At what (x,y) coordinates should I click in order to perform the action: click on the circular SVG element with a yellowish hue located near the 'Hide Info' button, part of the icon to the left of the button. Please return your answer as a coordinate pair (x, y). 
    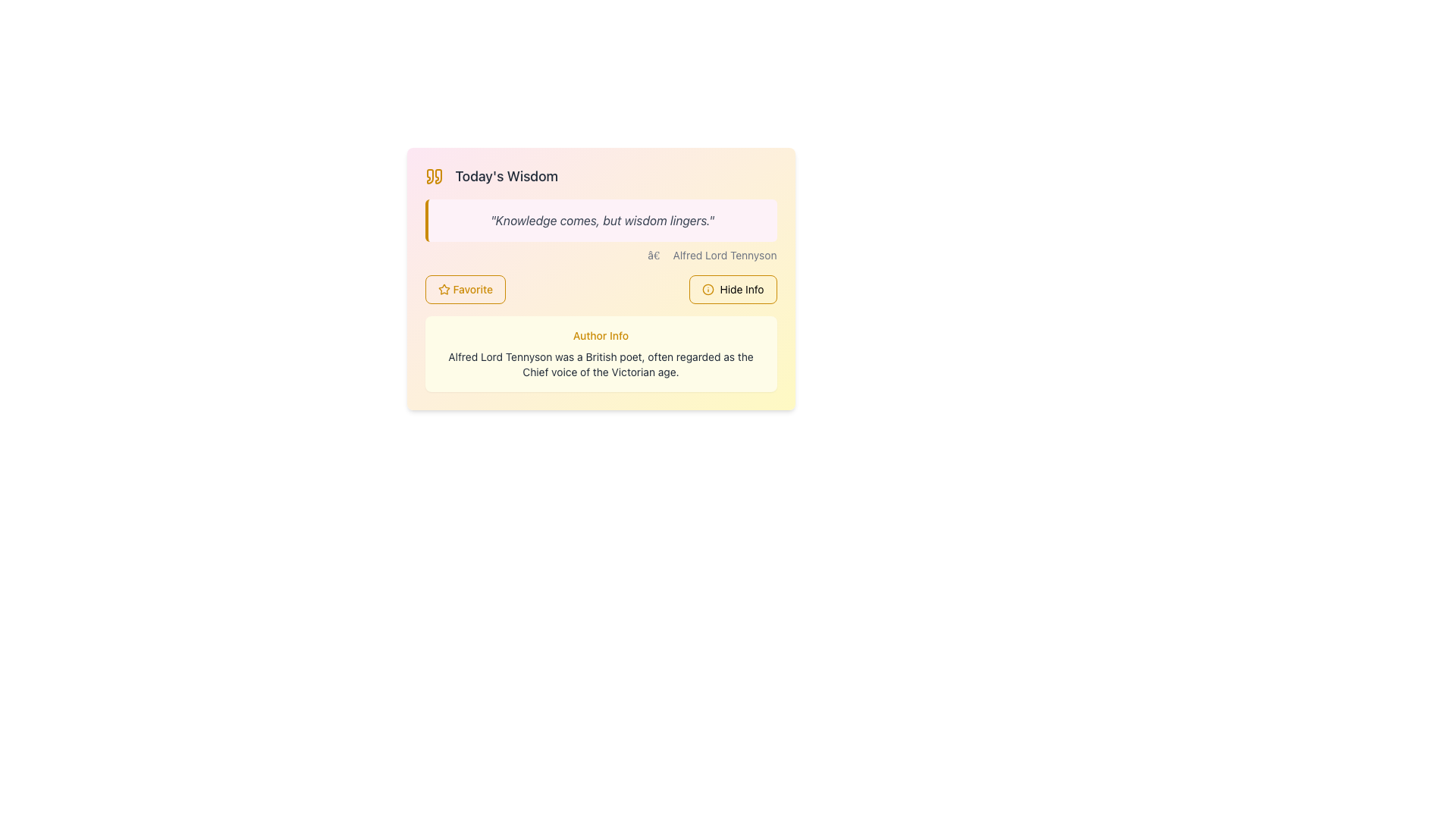
    Looking at the image, I should click on (707, 289).